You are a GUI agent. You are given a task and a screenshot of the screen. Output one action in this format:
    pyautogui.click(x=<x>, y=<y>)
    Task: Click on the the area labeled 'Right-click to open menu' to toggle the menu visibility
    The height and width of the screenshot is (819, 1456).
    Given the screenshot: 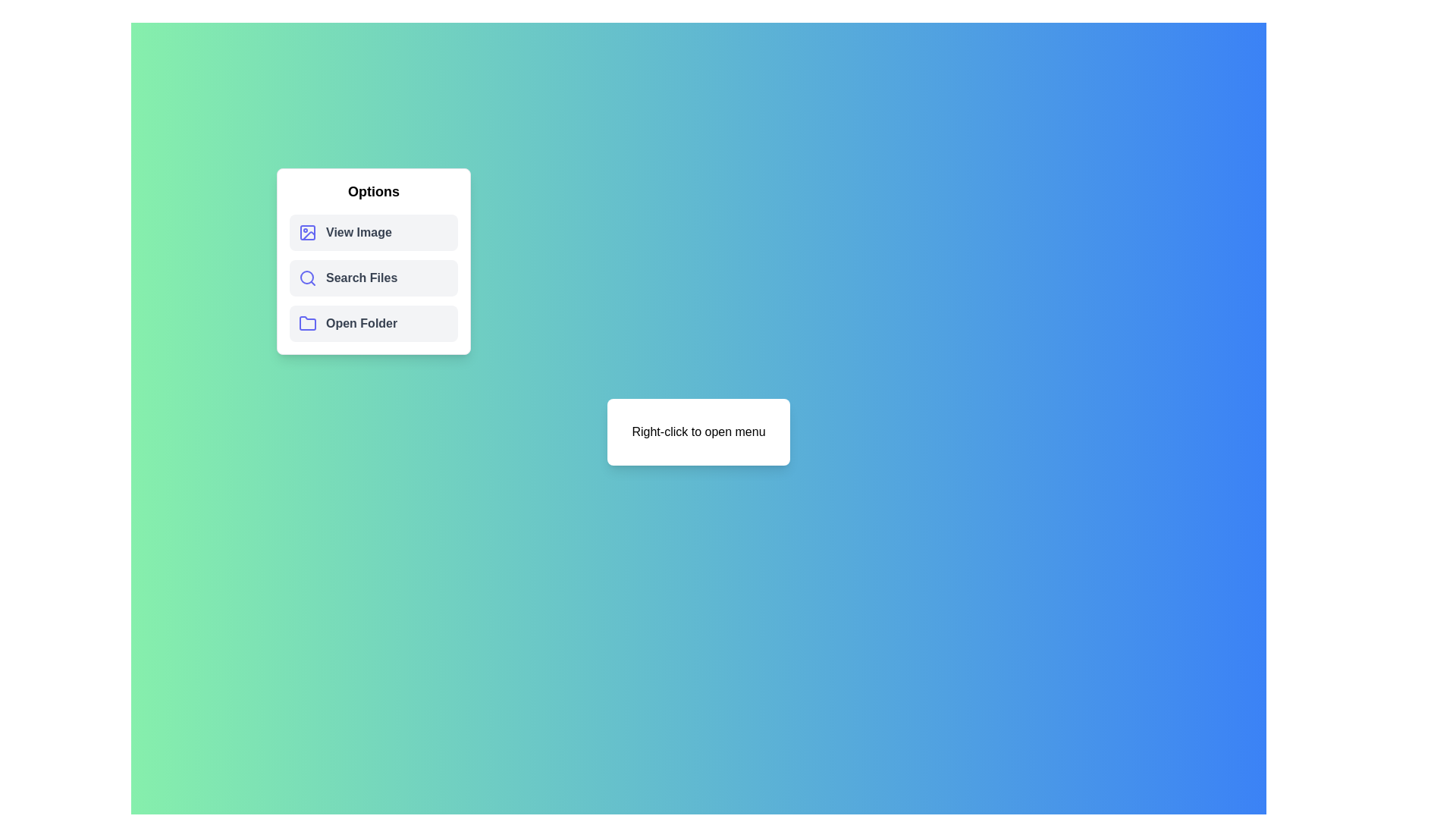 What is the action you would take?
    pyautogui.click(x=698, y=432)
    